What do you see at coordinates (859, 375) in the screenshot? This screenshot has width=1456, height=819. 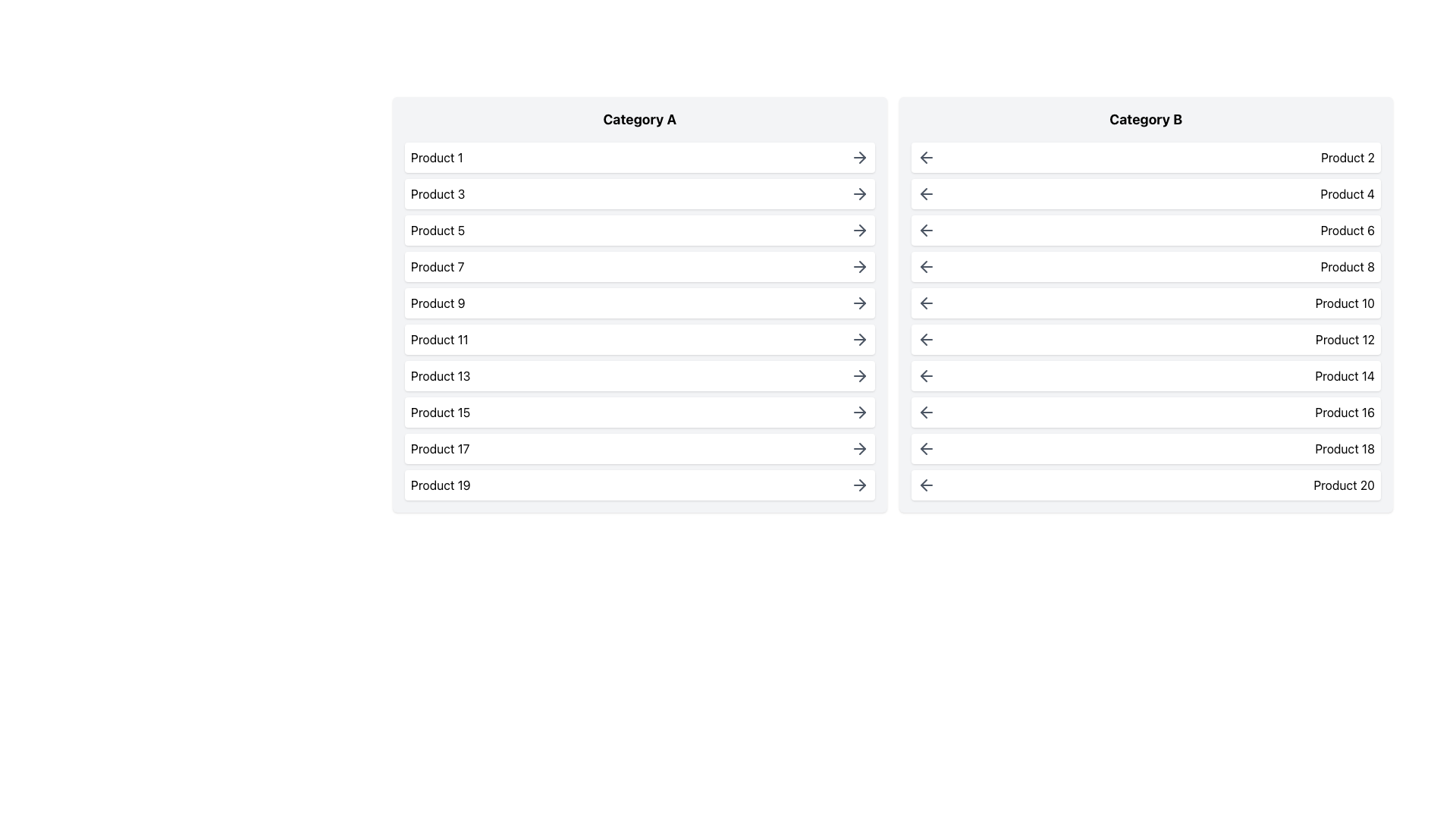 I see `the navigation button located on the far right within the row labeled 'Product 13' under 'Category A' to change its appearance` at bounding box center [859, 375].